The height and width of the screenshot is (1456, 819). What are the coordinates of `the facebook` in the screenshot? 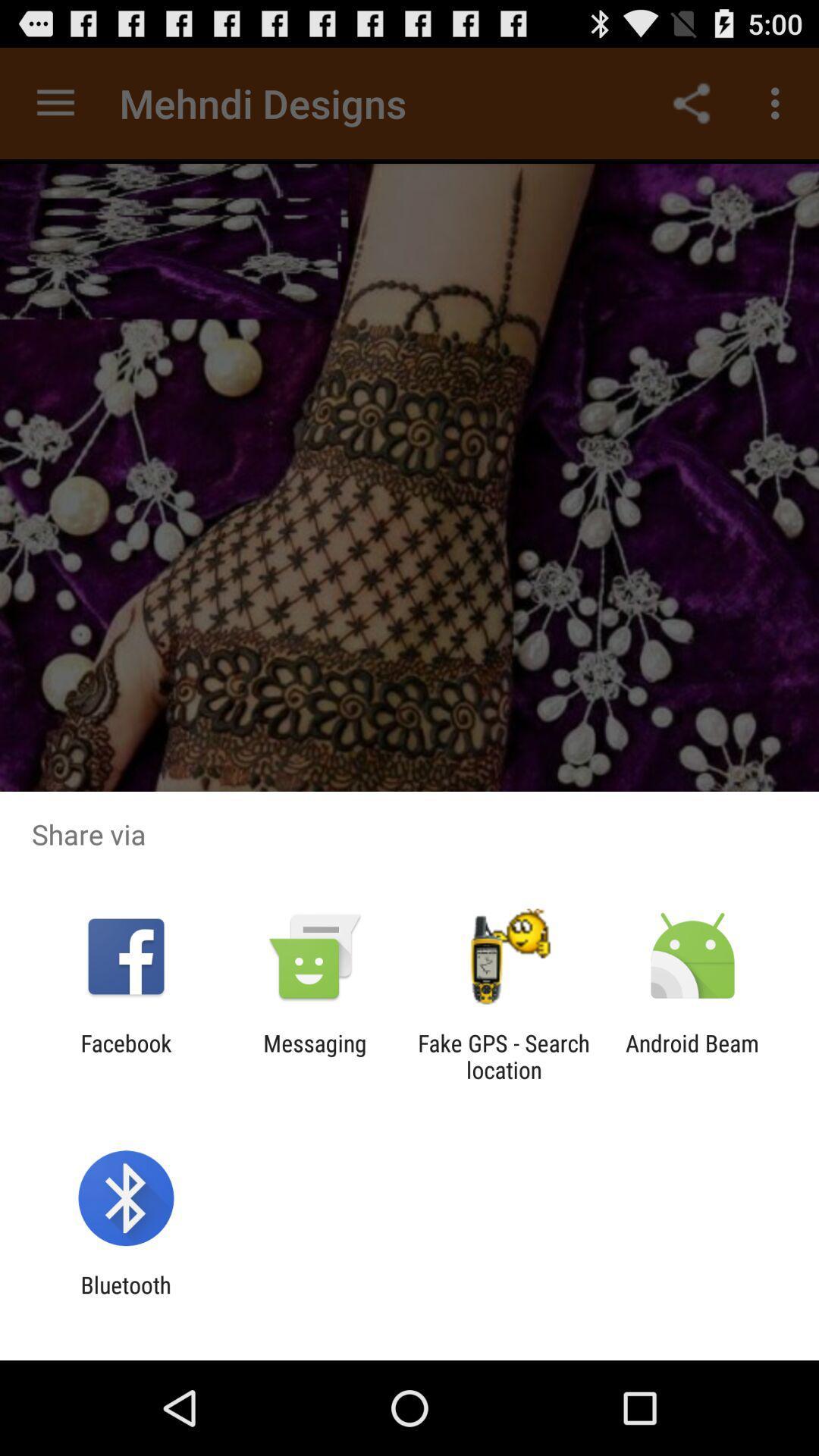 It's located at (125, 1056).